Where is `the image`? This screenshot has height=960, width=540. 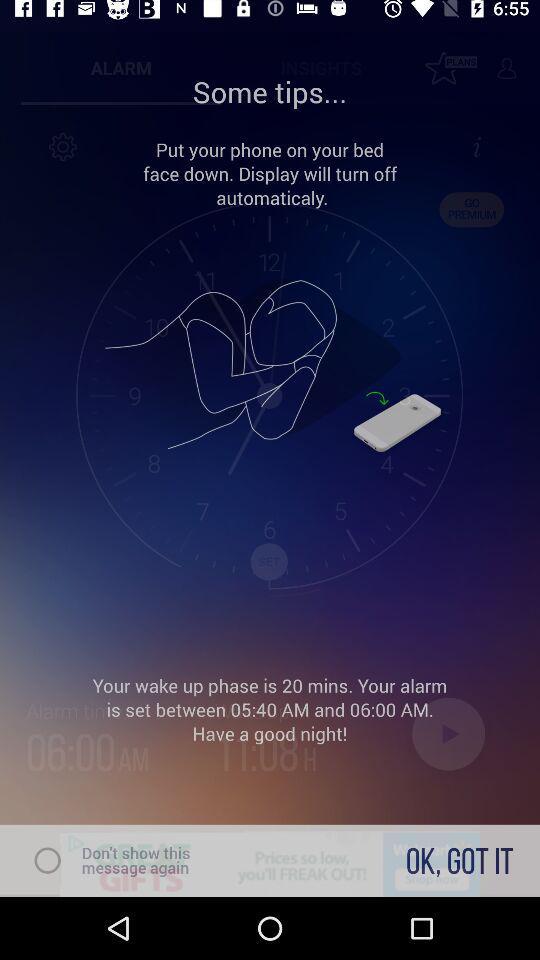 the image is located at coordinates (270, 366).